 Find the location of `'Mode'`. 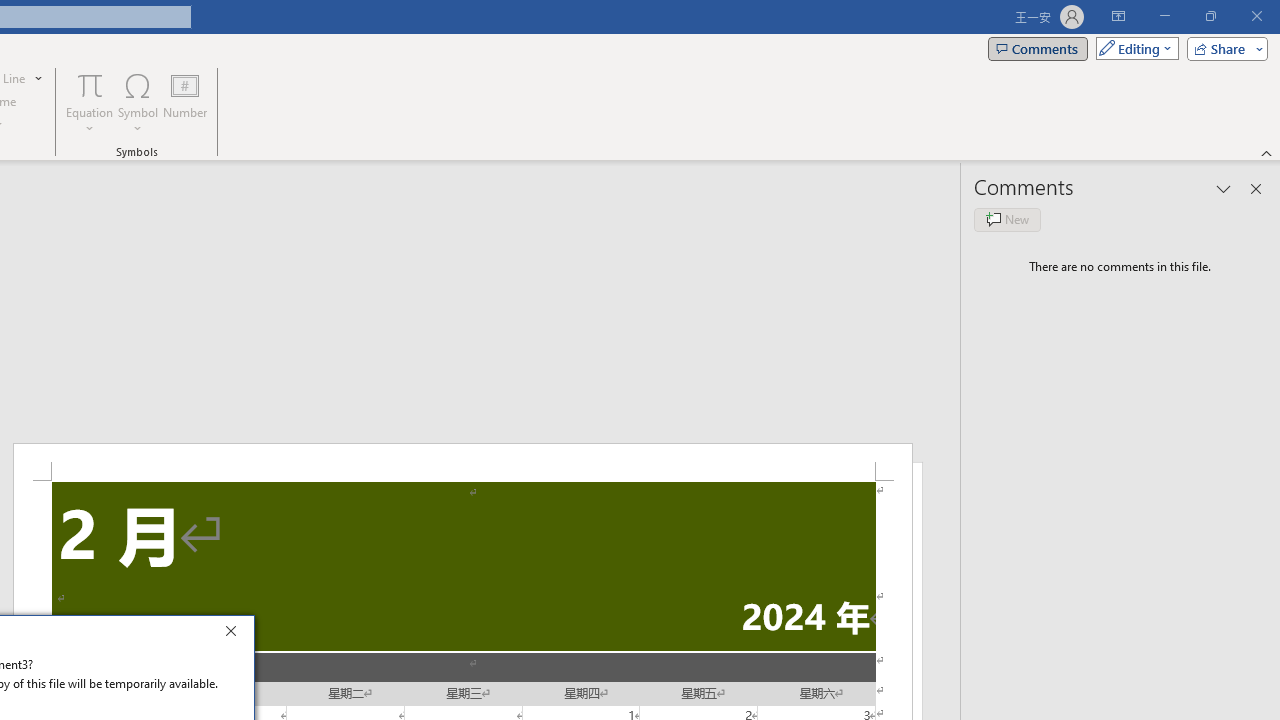

'Mode' is located at coordinates (1133, 47).